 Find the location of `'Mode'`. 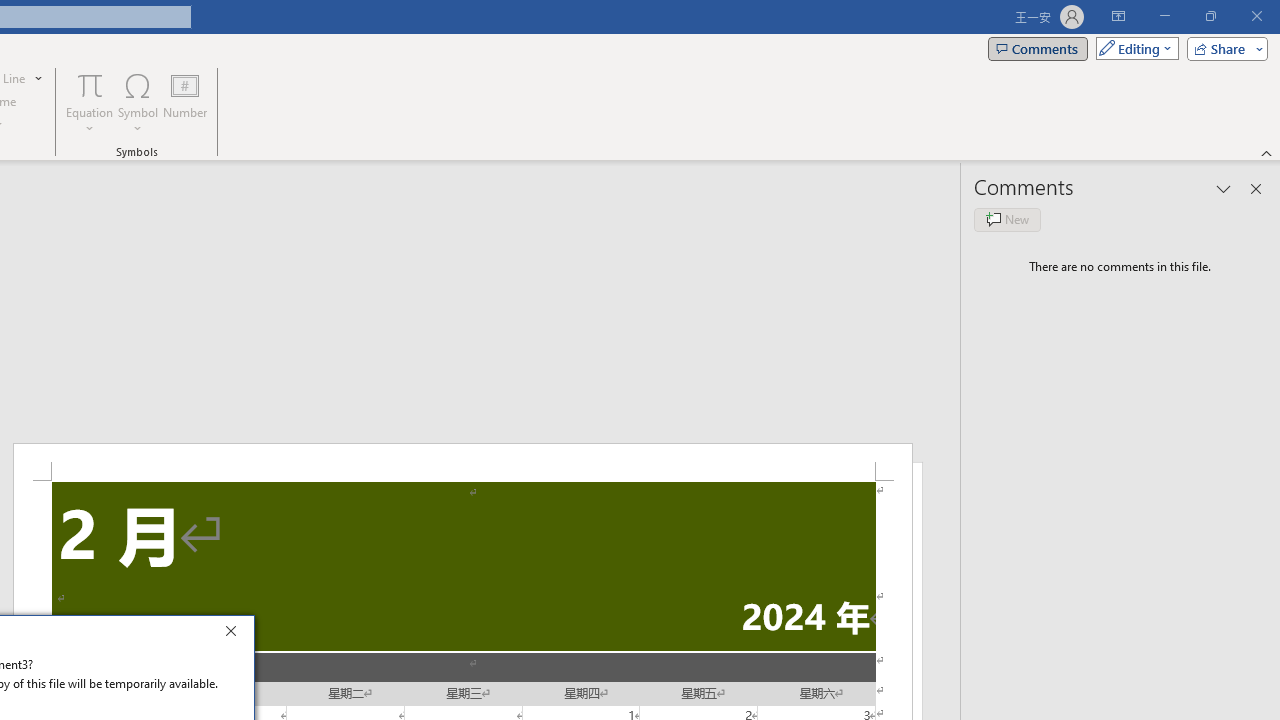

'Mode' is located at coordinates (1133, 47).